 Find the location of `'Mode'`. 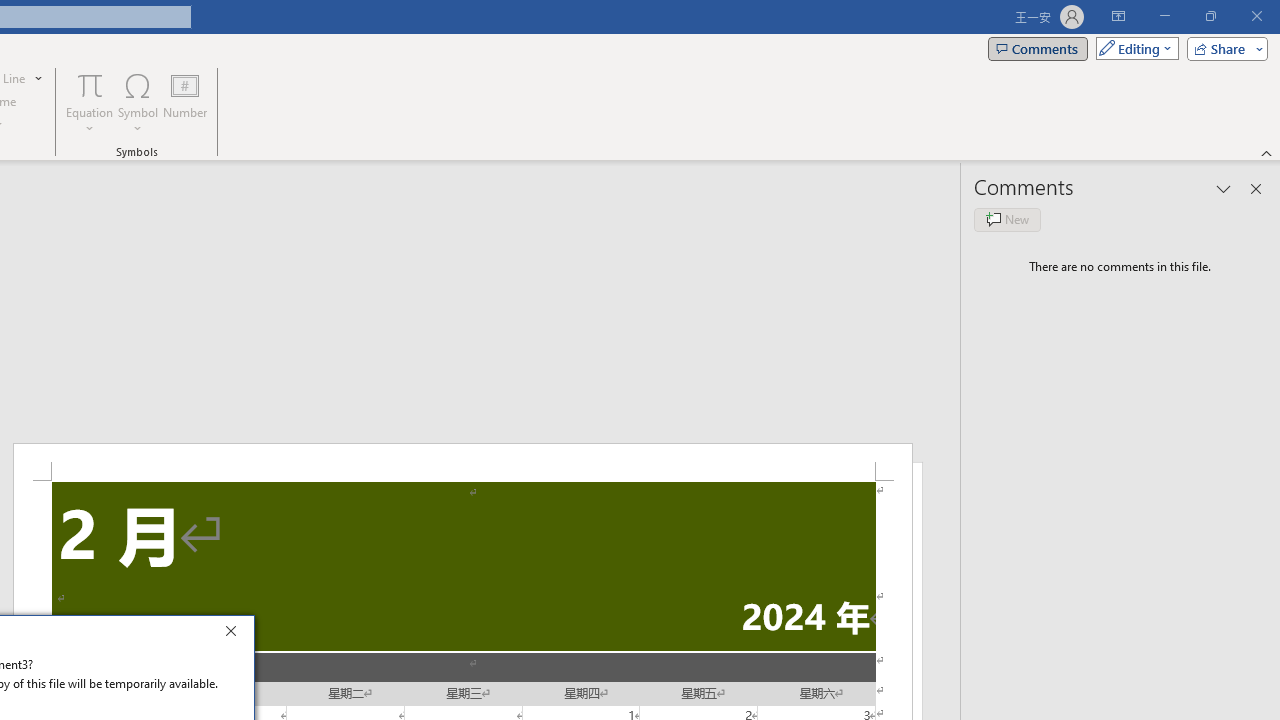

'Mode' is located at coordinates (1133, 47).